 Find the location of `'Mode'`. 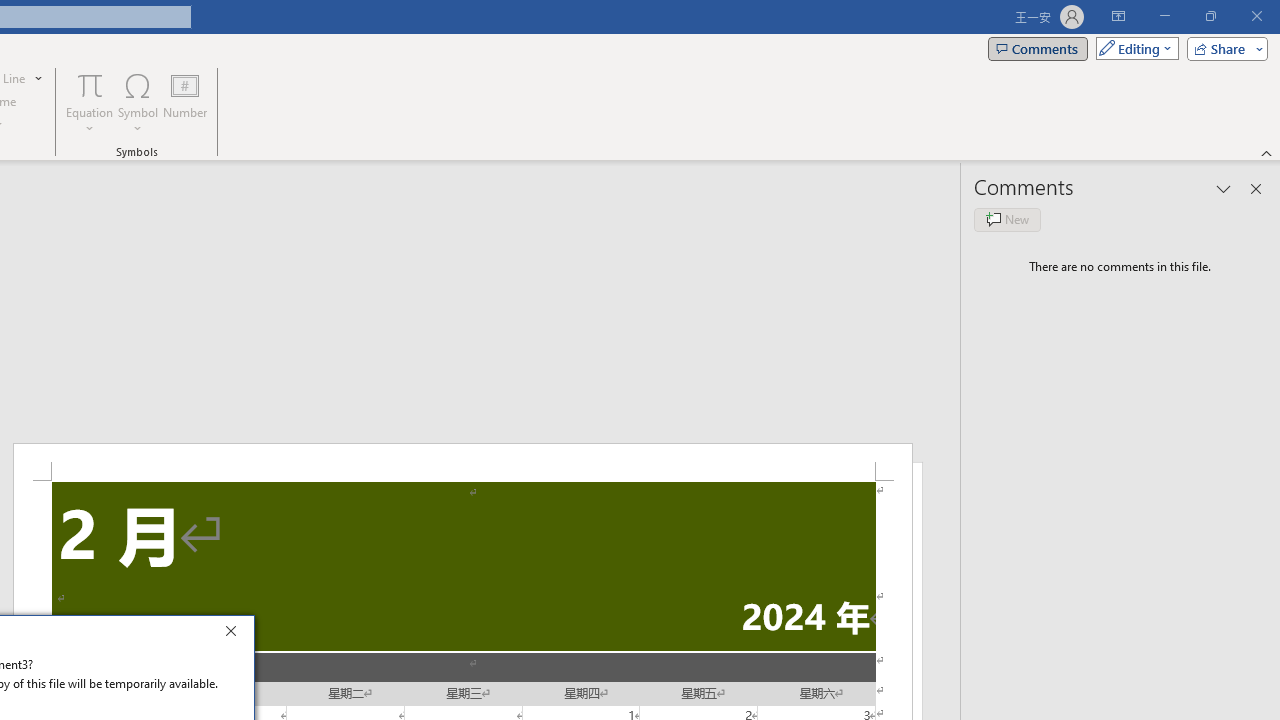

'Mode' is located at coordinates (1133, 47).